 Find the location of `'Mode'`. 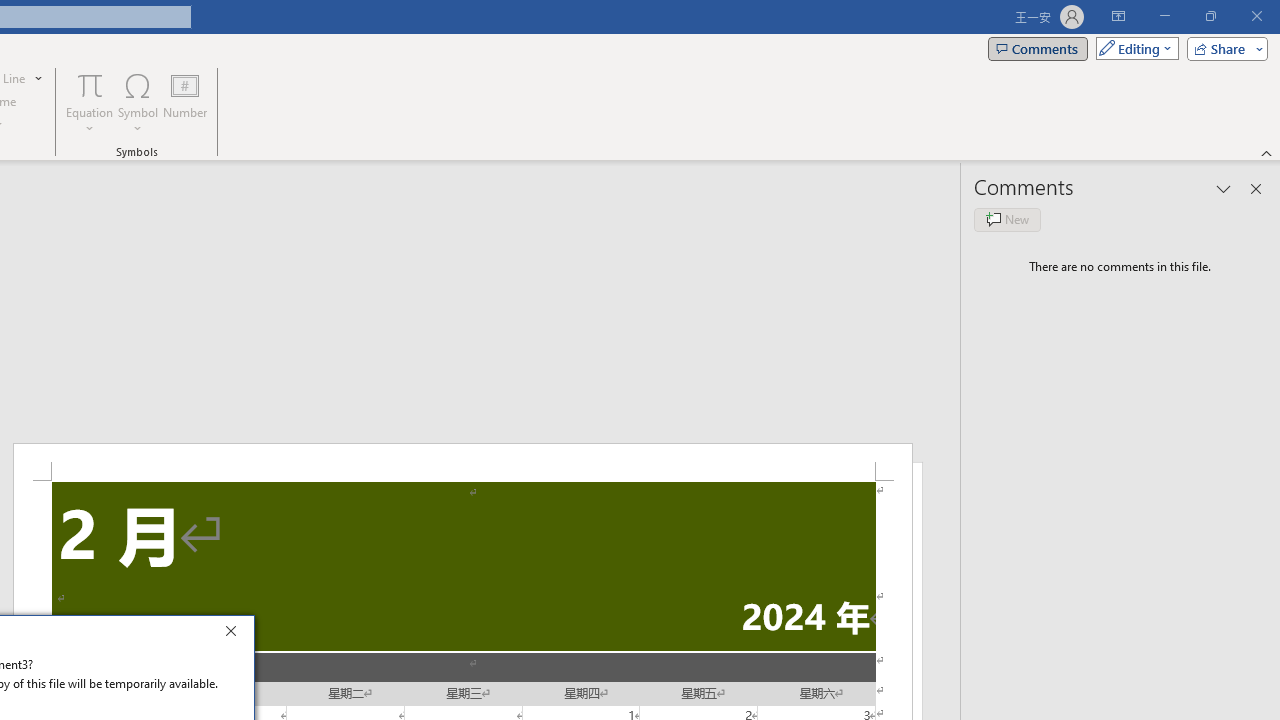

'Mode' is located at coordinates (1133, 47).